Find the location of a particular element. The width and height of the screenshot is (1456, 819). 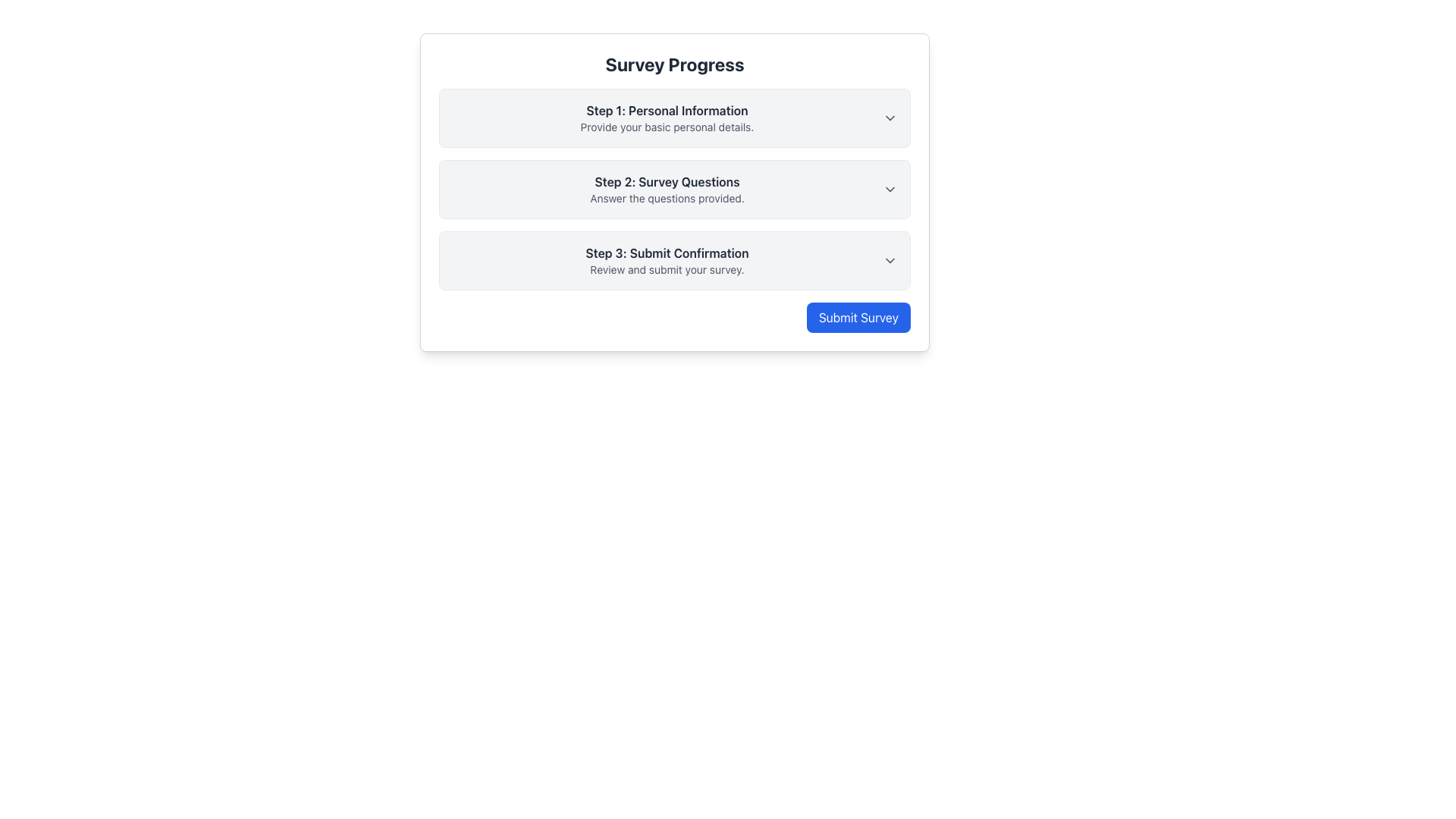

the Collapsible section header labeled 'Step 3: Submit Confirmation' with the description 'Review and submit your survey.' is located at coordinates (673, 259).